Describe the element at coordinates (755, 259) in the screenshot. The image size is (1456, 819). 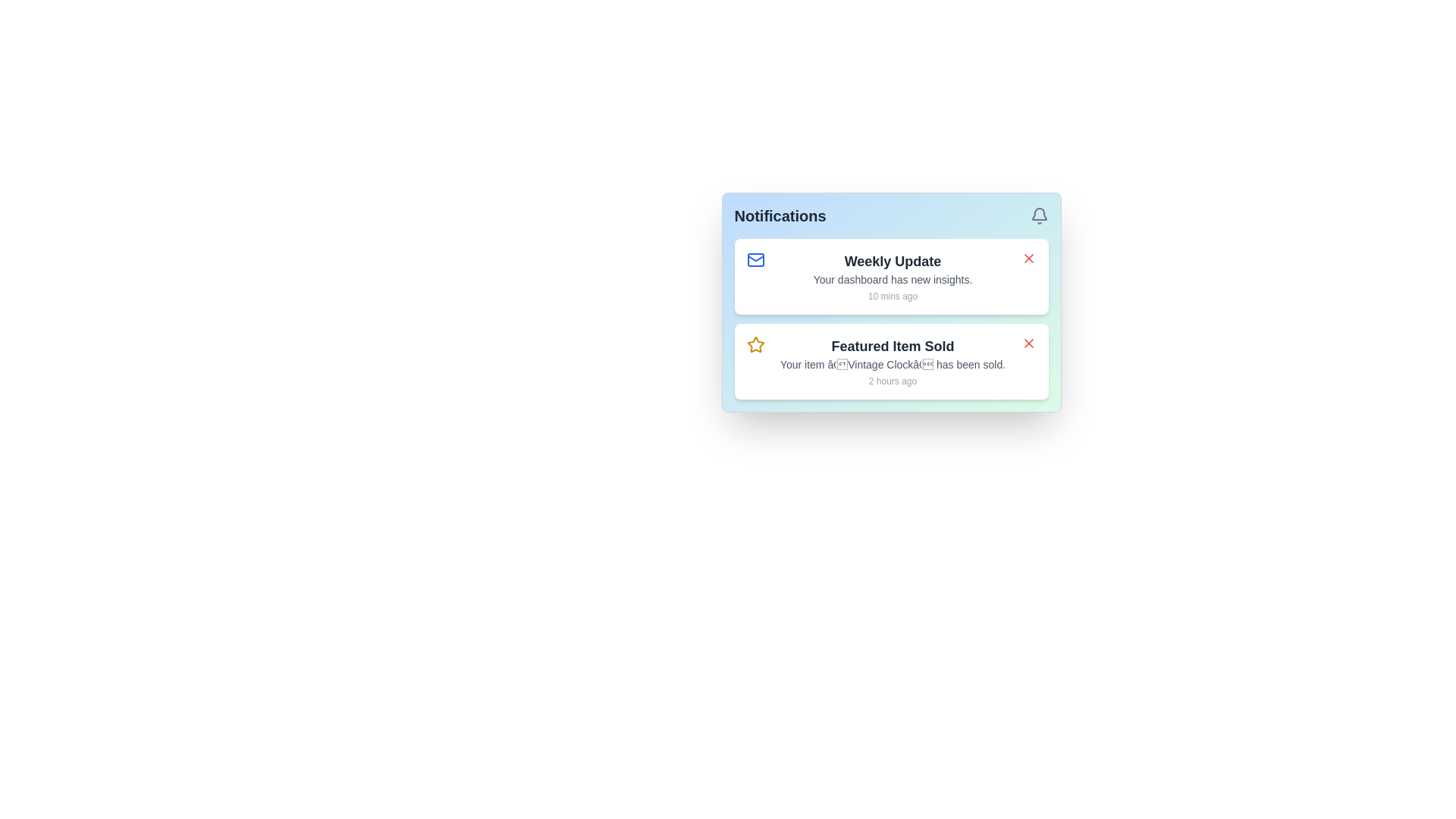
I see `the rounded rectangle inside the blue-tinted envelope icon, which is located to the left of the 'Weekly Update' notification in the notifications panel to focus on the envelope icon` at that location.